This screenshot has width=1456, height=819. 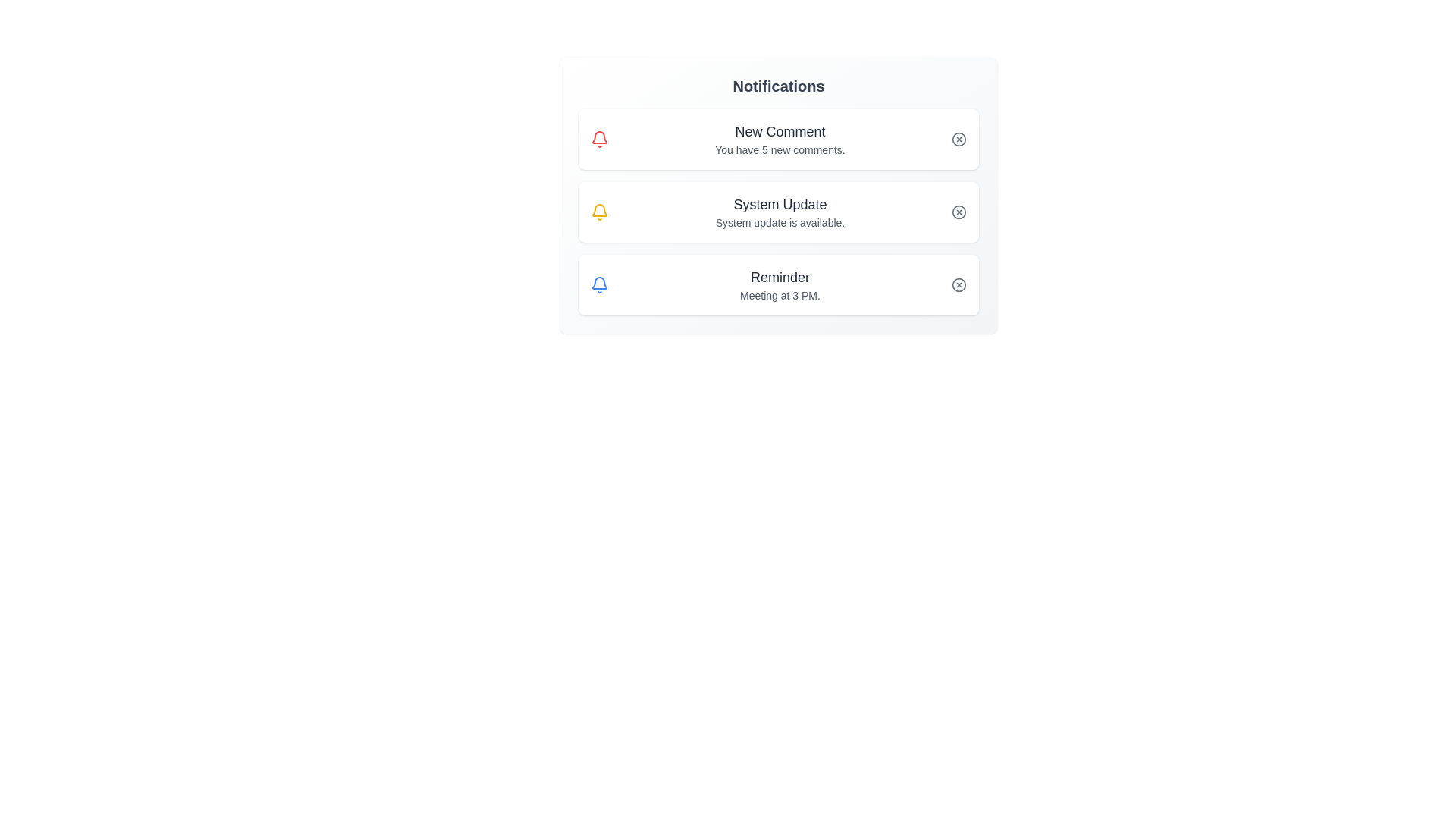 I want to click on the 'New Comment' text label located in the notification section, which is styled prominently with a larger font size and dark gray color, so click(x=780, y=130).